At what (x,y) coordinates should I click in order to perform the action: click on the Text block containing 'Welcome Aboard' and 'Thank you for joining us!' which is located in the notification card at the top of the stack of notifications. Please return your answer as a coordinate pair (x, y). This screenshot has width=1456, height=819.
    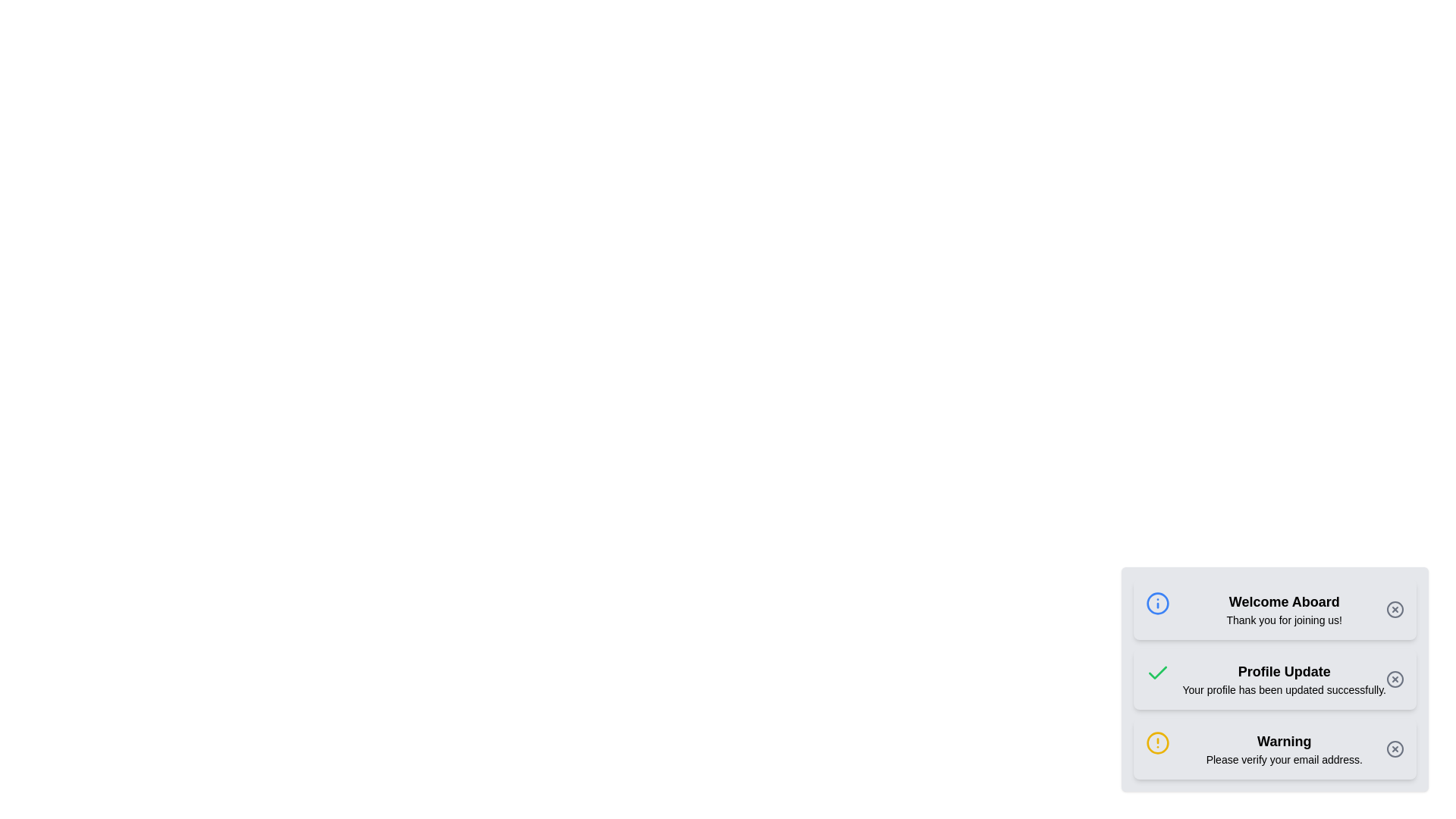
    Looking at the image, I should click on (1283, 608).